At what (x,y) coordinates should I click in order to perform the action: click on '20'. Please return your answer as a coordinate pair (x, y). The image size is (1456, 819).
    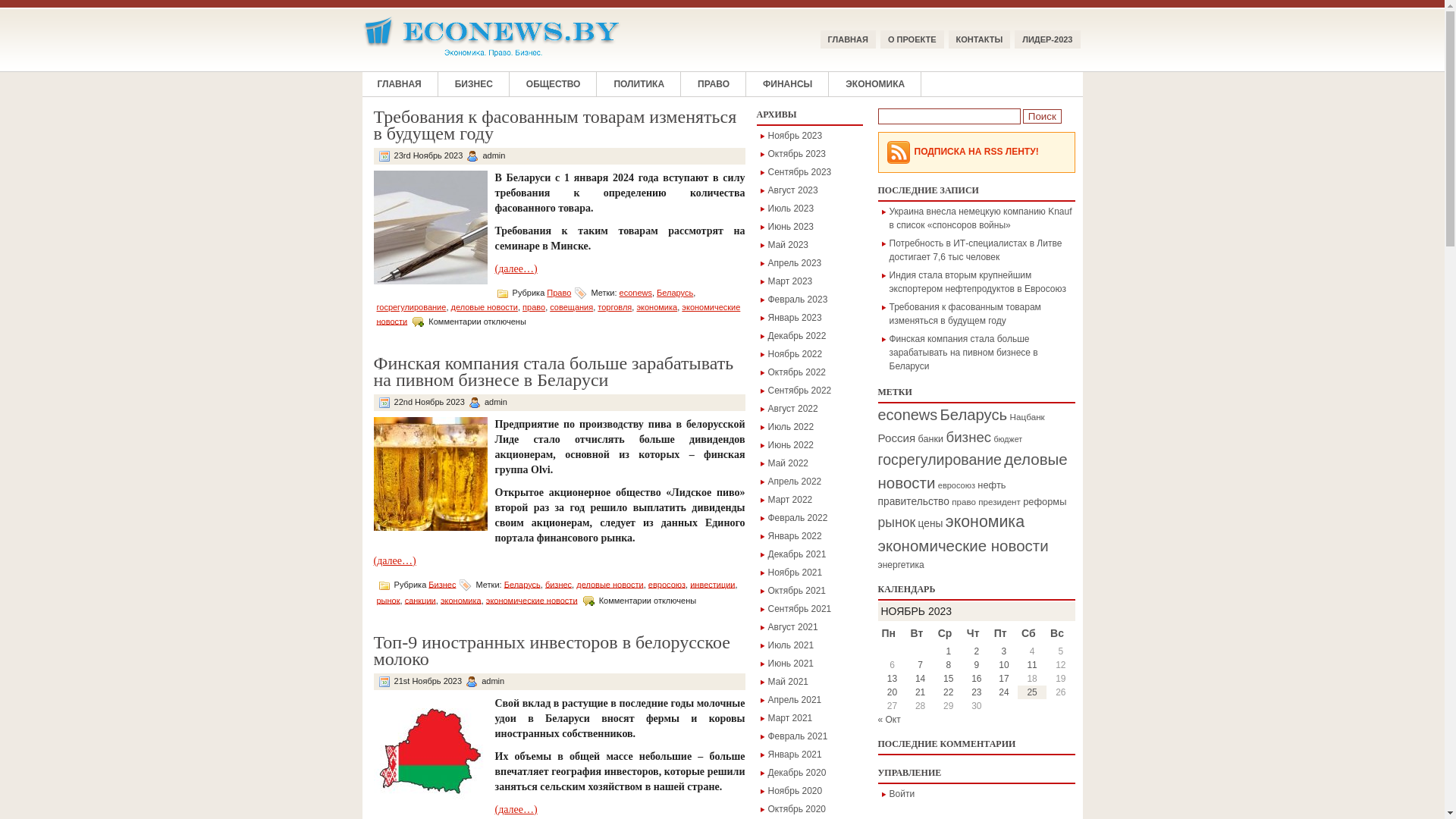
    Looking at the image, I should click on (892, 692).